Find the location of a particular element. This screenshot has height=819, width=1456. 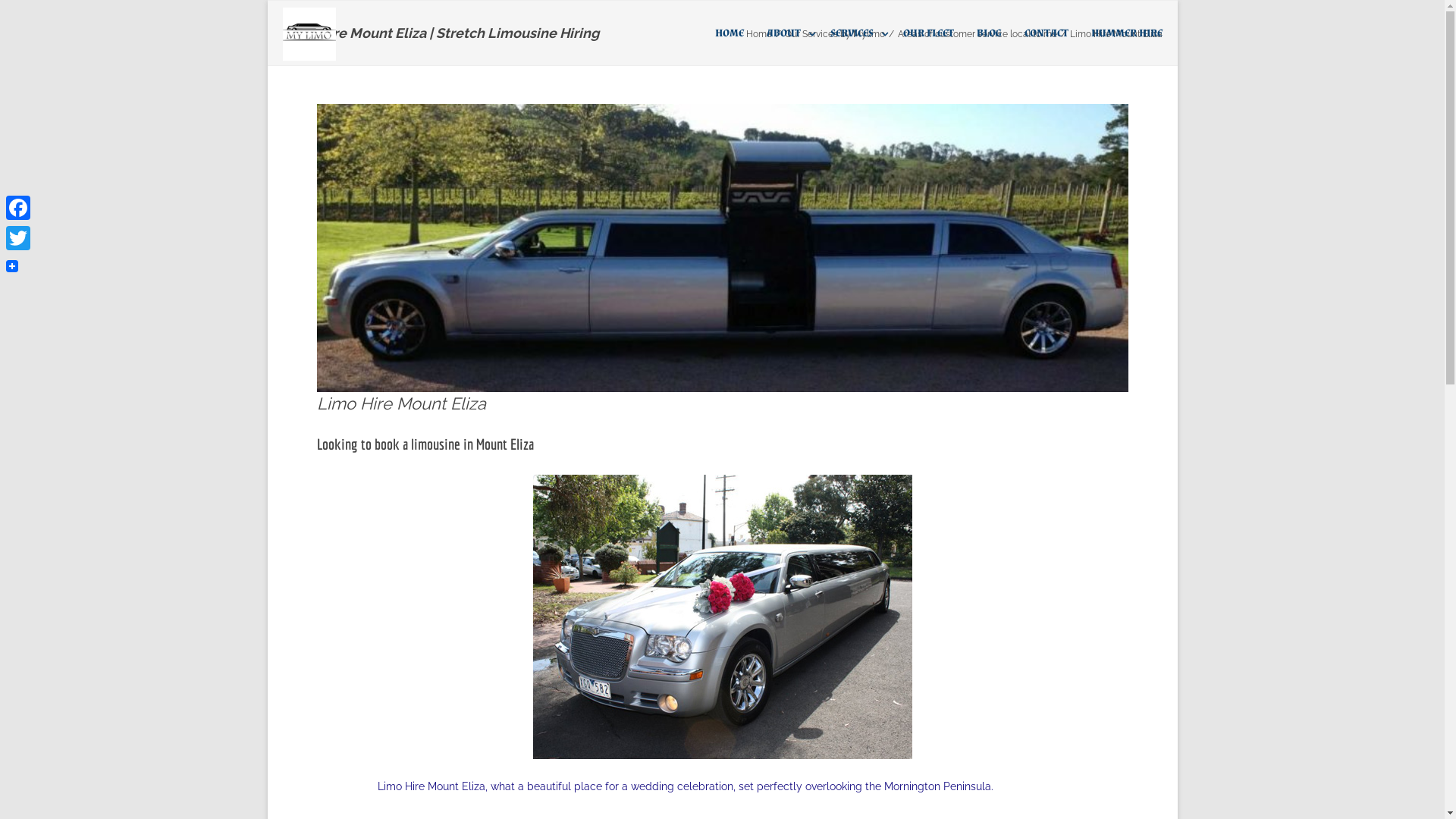

'HOME' is located at coordinates (728, 33).